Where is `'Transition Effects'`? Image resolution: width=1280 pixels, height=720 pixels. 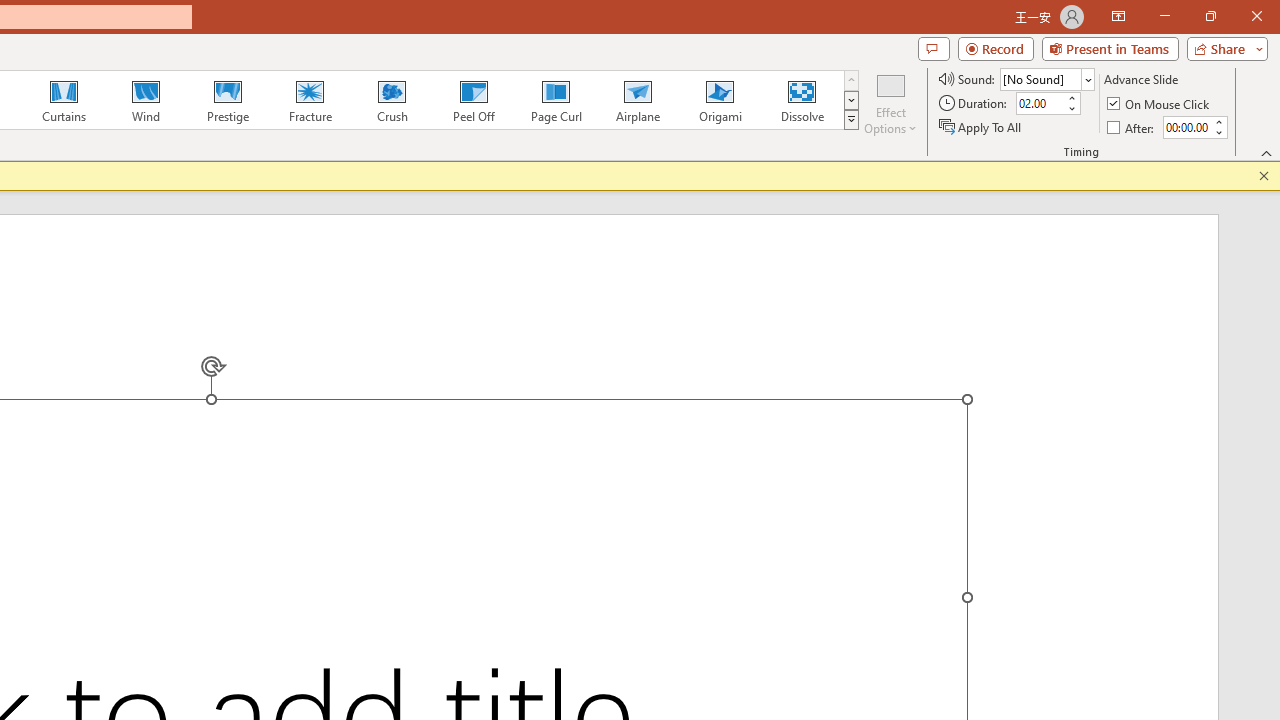 'Transition Effects' is located at coordinates (851, 120).